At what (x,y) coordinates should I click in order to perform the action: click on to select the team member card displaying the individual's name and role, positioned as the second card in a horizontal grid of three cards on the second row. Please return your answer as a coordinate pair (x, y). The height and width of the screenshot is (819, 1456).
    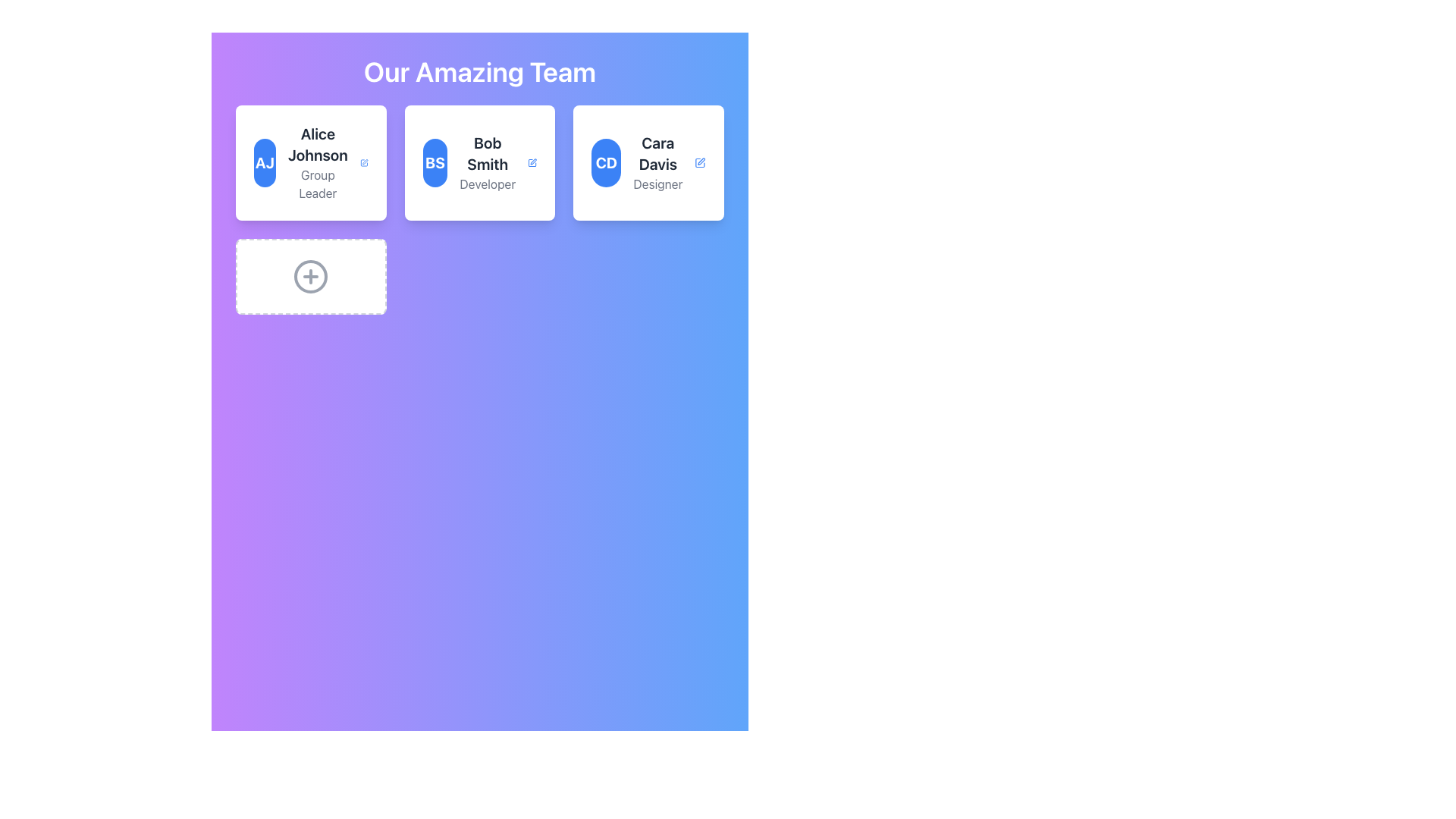
    Looking at the image, I should click on (479, 163).